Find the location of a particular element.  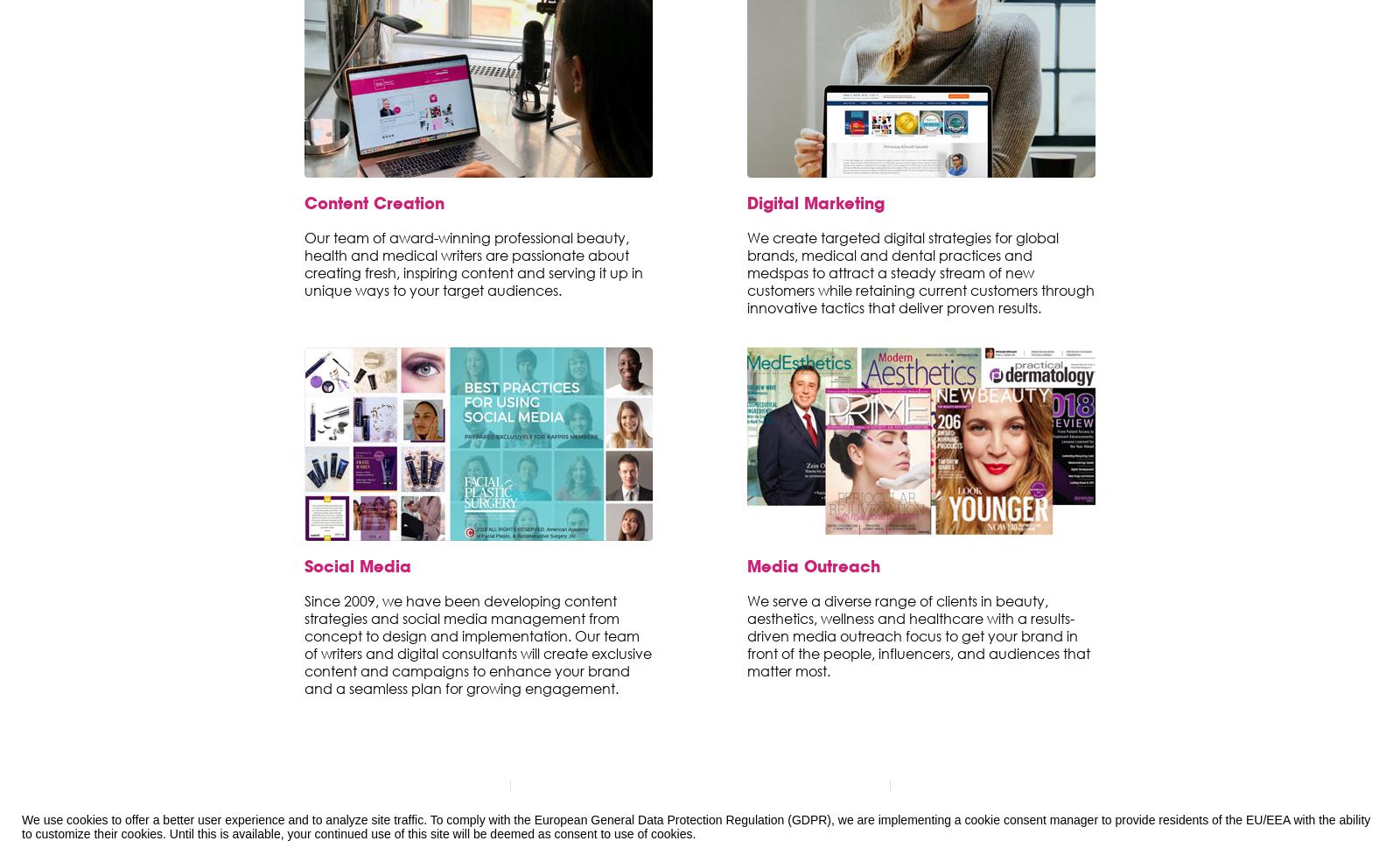

'Media Outreach' is located at coordinates (813, 565).